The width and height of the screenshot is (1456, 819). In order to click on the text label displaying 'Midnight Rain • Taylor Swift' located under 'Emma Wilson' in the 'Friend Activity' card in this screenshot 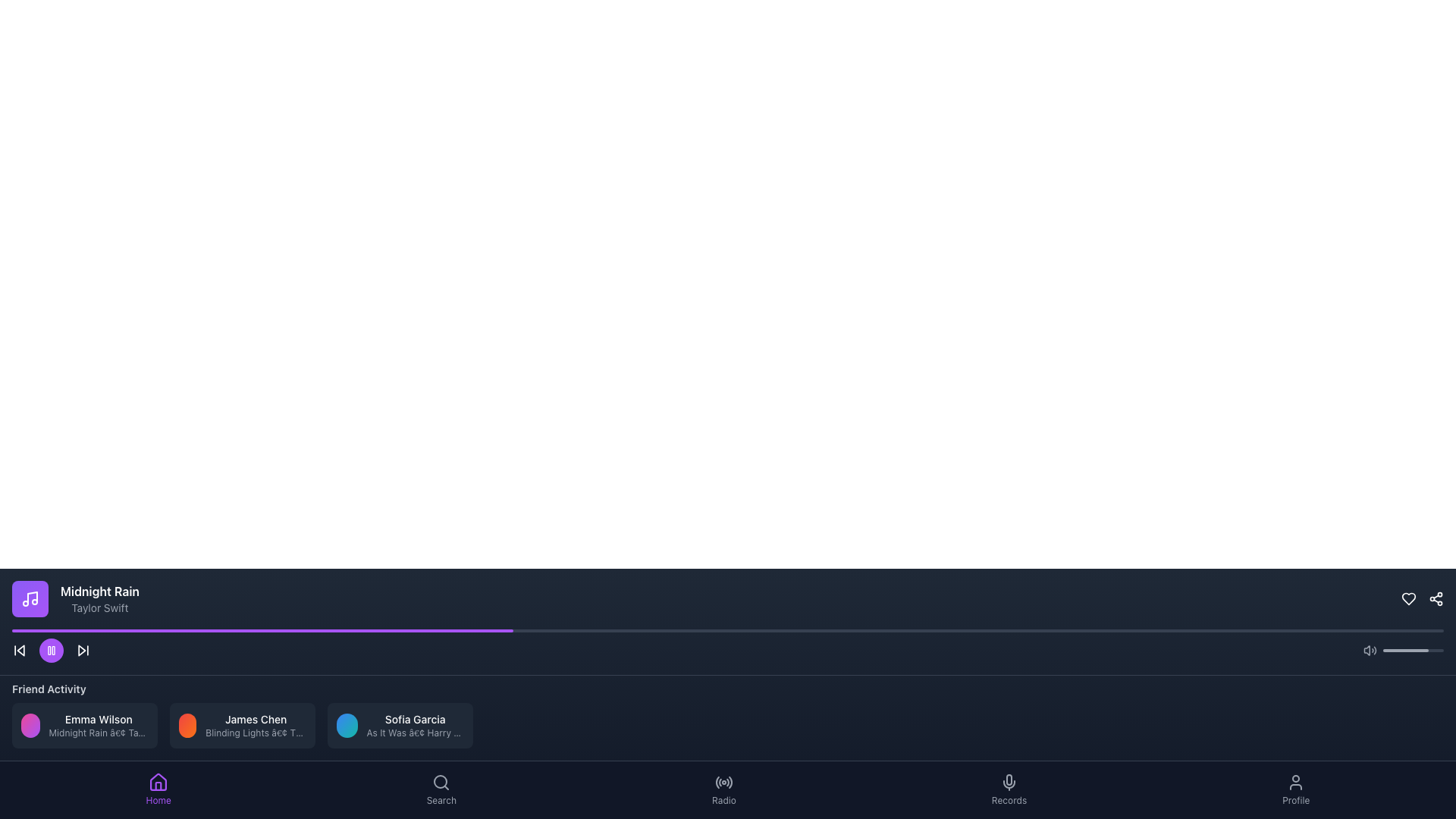, I will do `click(98, 733)`.